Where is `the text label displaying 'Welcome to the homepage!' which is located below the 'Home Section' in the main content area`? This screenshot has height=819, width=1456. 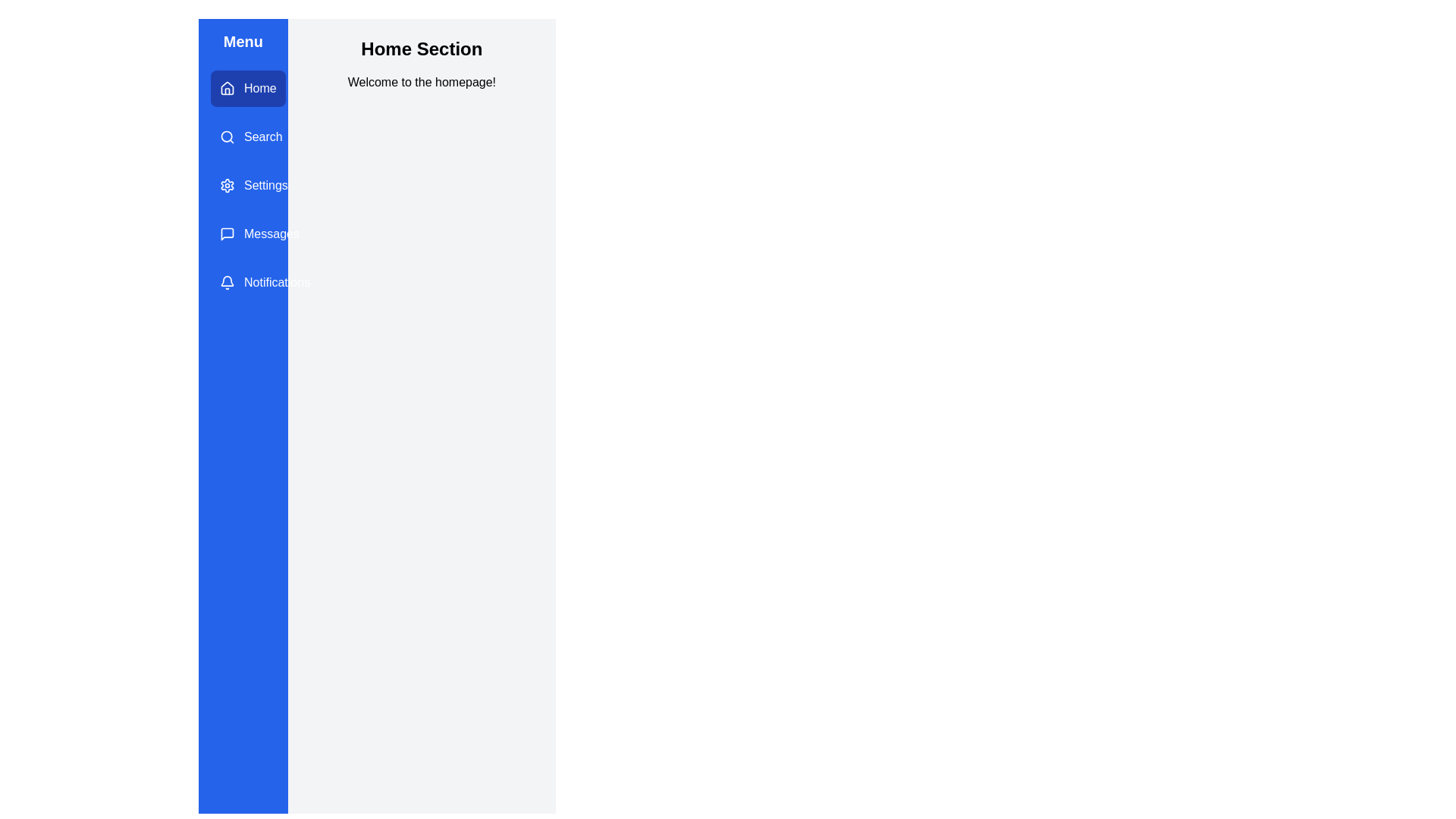
the text label displaying 'Welcome to the homepage!' which is located below the 'Home Section' in the main content area is located at coordinates (422, 82).